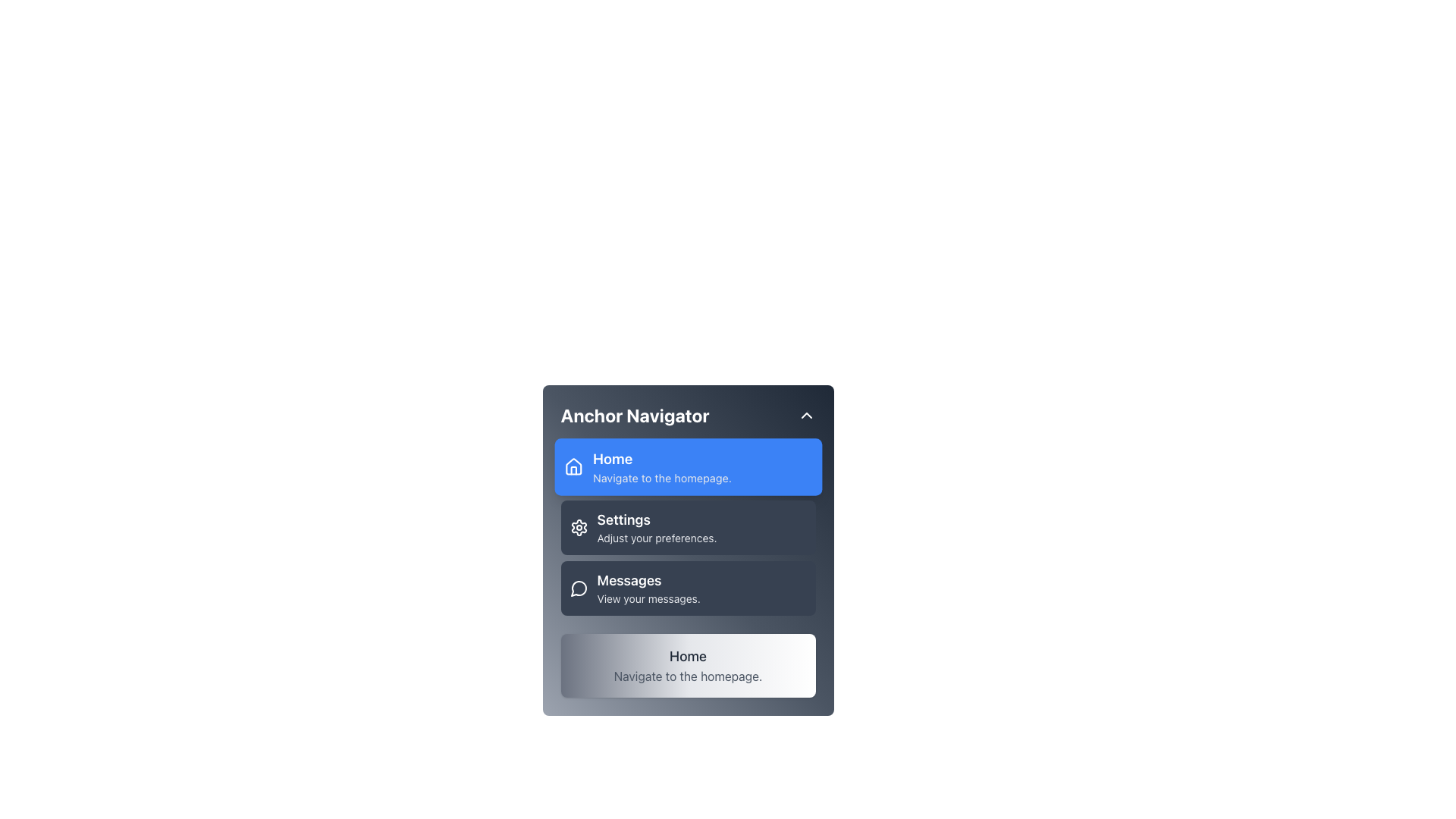 This screenshot has height=819, width=1456. I want to click on the messaging icon located in the 'Messages' section of the navigation list, so click(578, 587).